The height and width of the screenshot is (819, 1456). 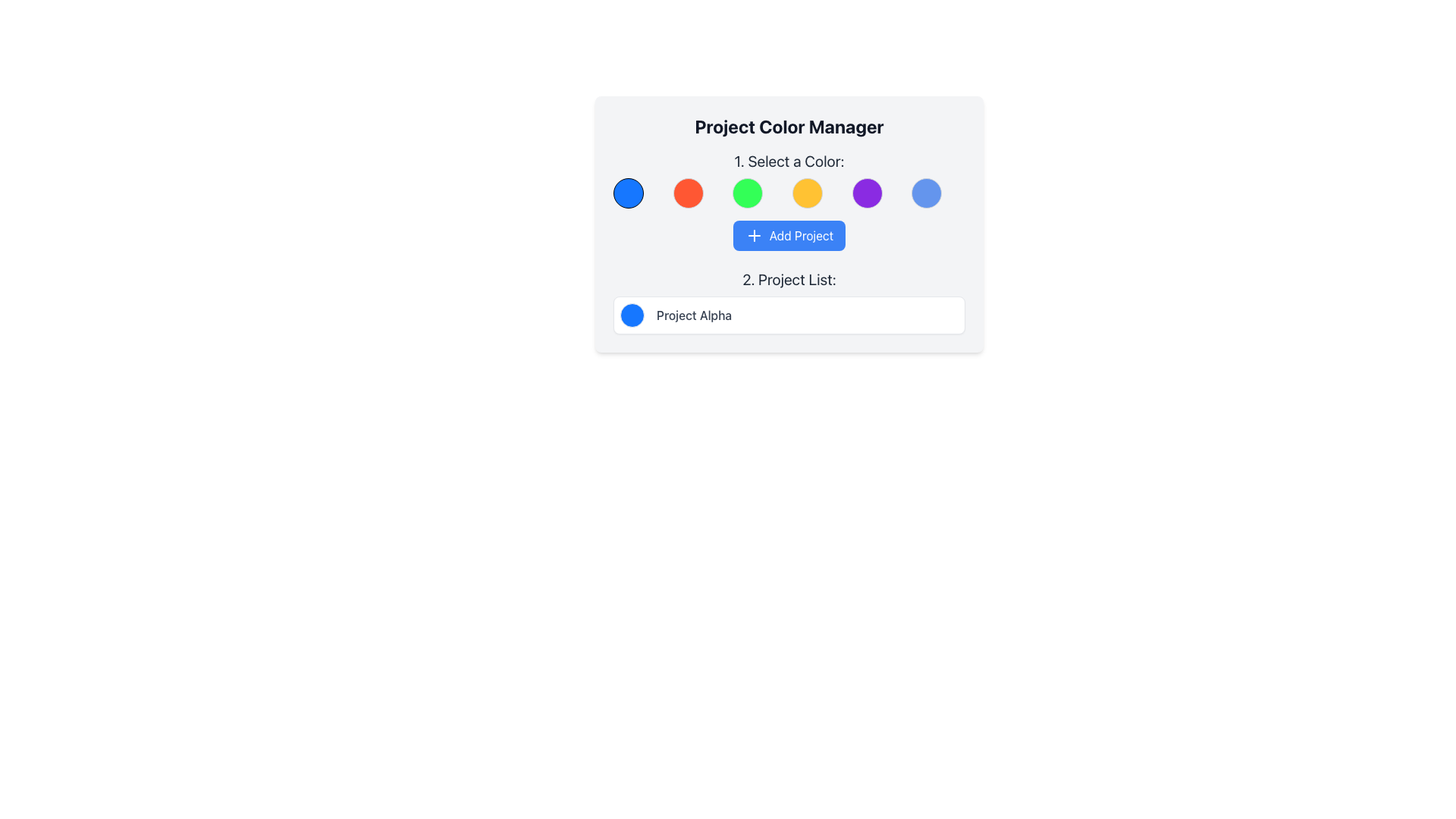 What do you see at coordinates (807, 192) in the screenshot?
I see `the fourth selectable color option, which is a small circular shape with a yellow background` at bounding box center [807, 192].